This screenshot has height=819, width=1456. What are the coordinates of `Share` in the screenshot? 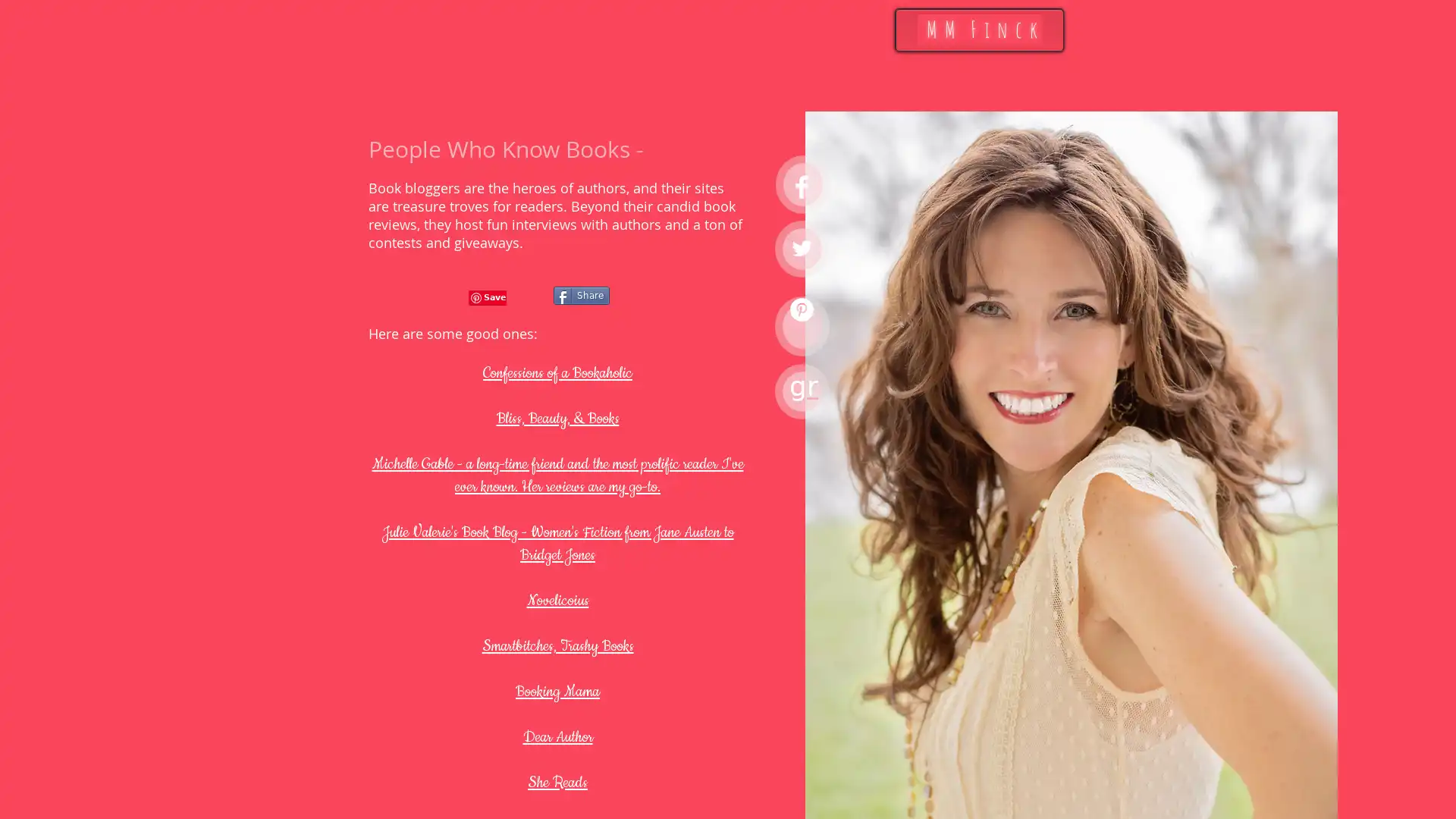 It's located at (581, 295).